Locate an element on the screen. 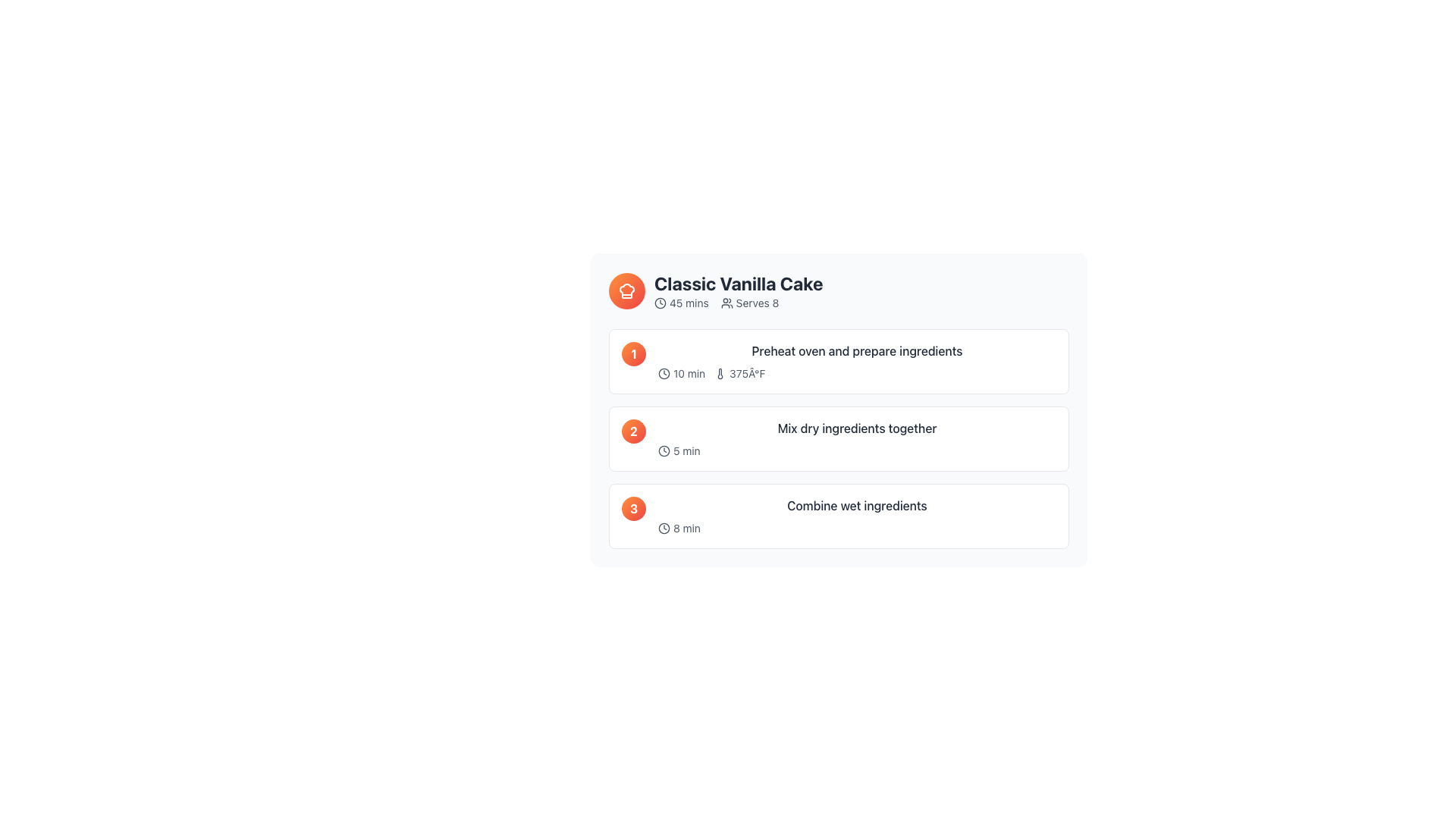  the icon representing a group of people, located to the left of the numeric text '8' in the 'Serves 8' group is located at coordinates (726, 303).